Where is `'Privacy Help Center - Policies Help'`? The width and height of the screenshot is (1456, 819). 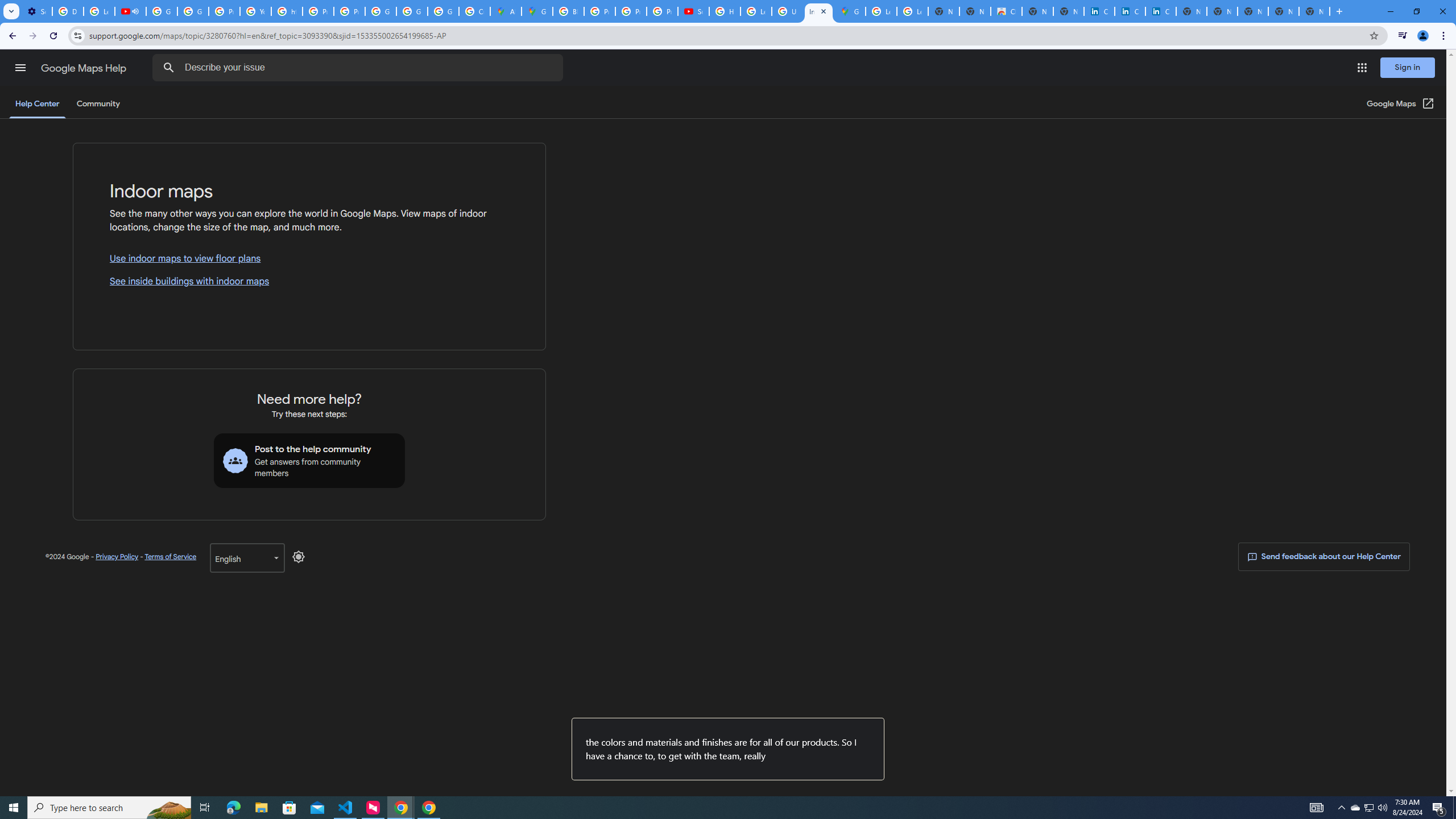
'Privacy Help Center - Policies Help' is located at coordinates (630, 11).